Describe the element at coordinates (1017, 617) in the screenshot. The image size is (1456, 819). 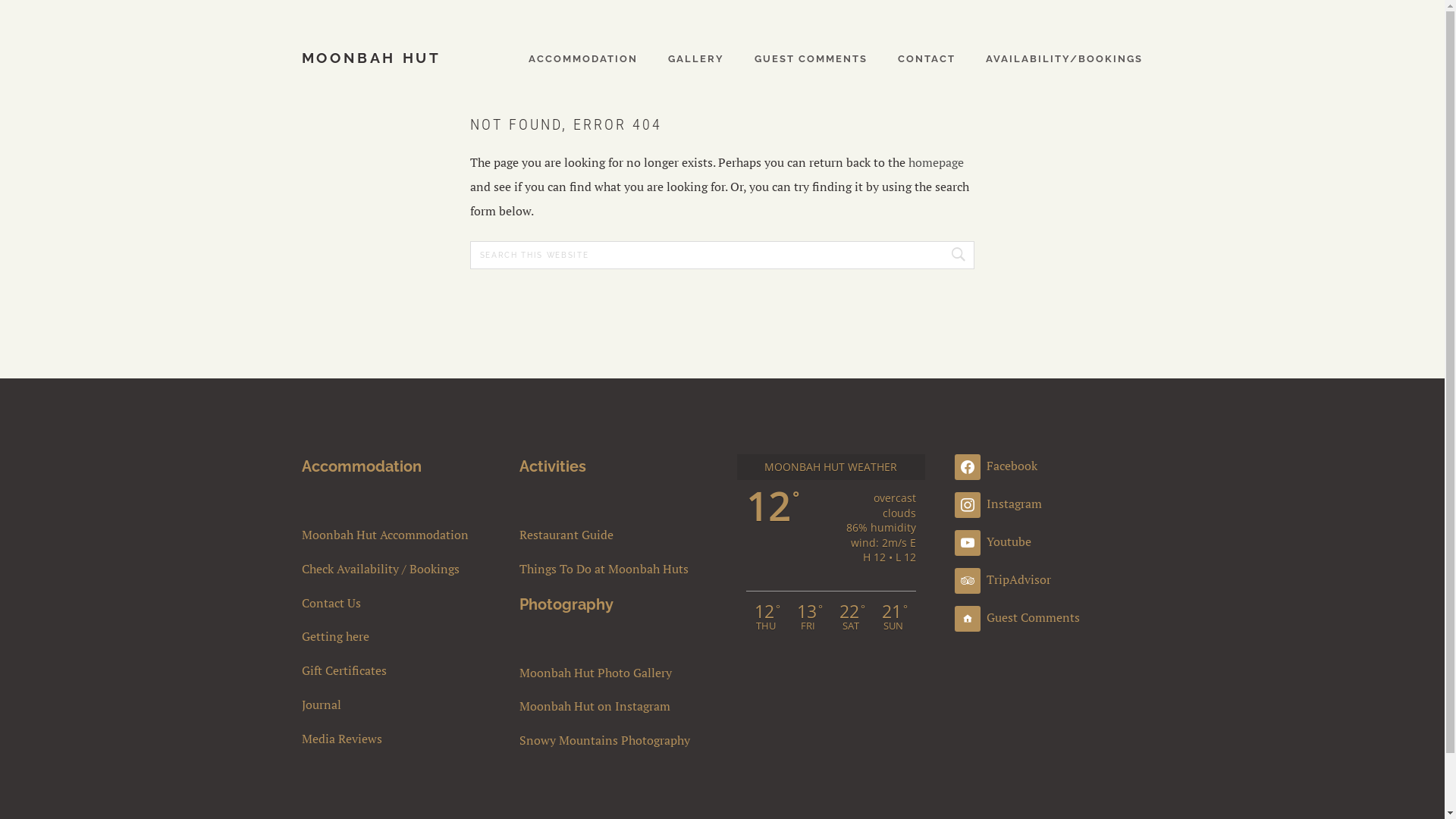
I see `'Guest Comments'` at that location.